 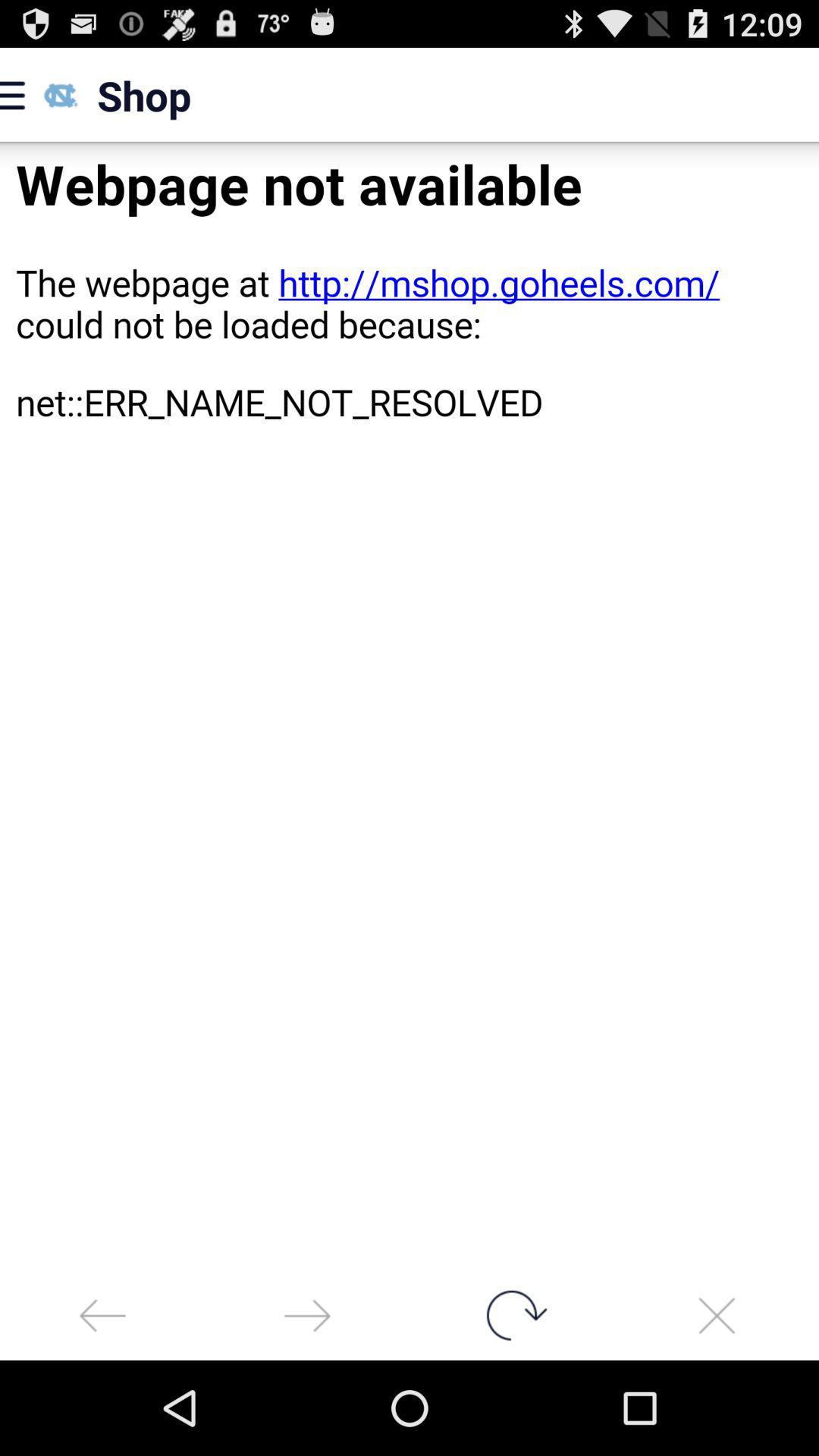 What do you see at coordinates (102, 1314) in the screenshot?
I see `click the bottom left` at bounding box center [102, 1314].